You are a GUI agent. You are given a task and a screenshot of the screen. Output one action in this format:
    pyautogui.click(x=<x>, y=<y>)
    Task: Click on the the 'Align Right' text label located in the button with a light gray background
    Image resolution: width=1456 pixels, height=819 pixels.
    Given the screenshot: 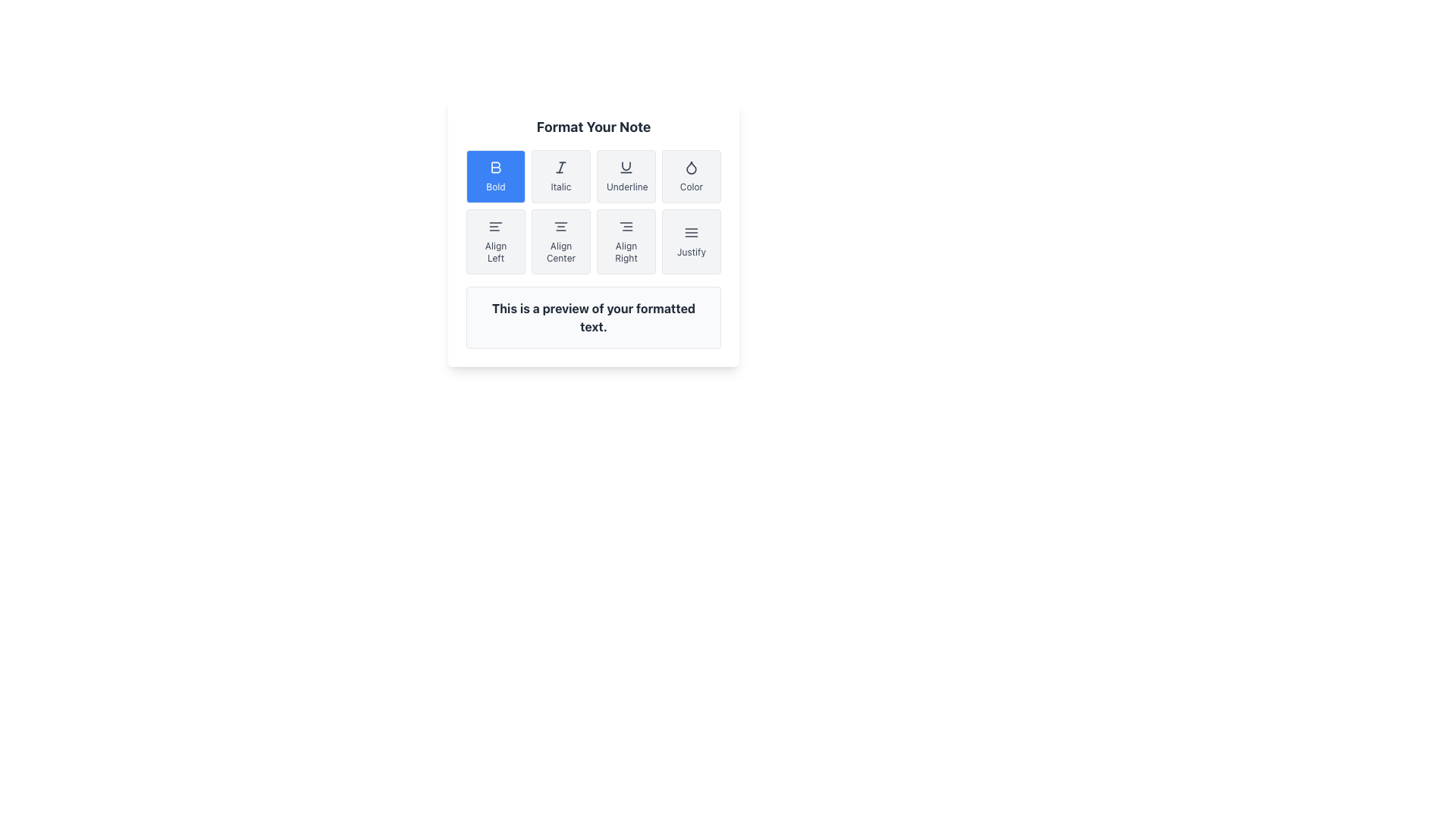 What is the action you would take?
    pyautogui.click(x=626, y=251)
    